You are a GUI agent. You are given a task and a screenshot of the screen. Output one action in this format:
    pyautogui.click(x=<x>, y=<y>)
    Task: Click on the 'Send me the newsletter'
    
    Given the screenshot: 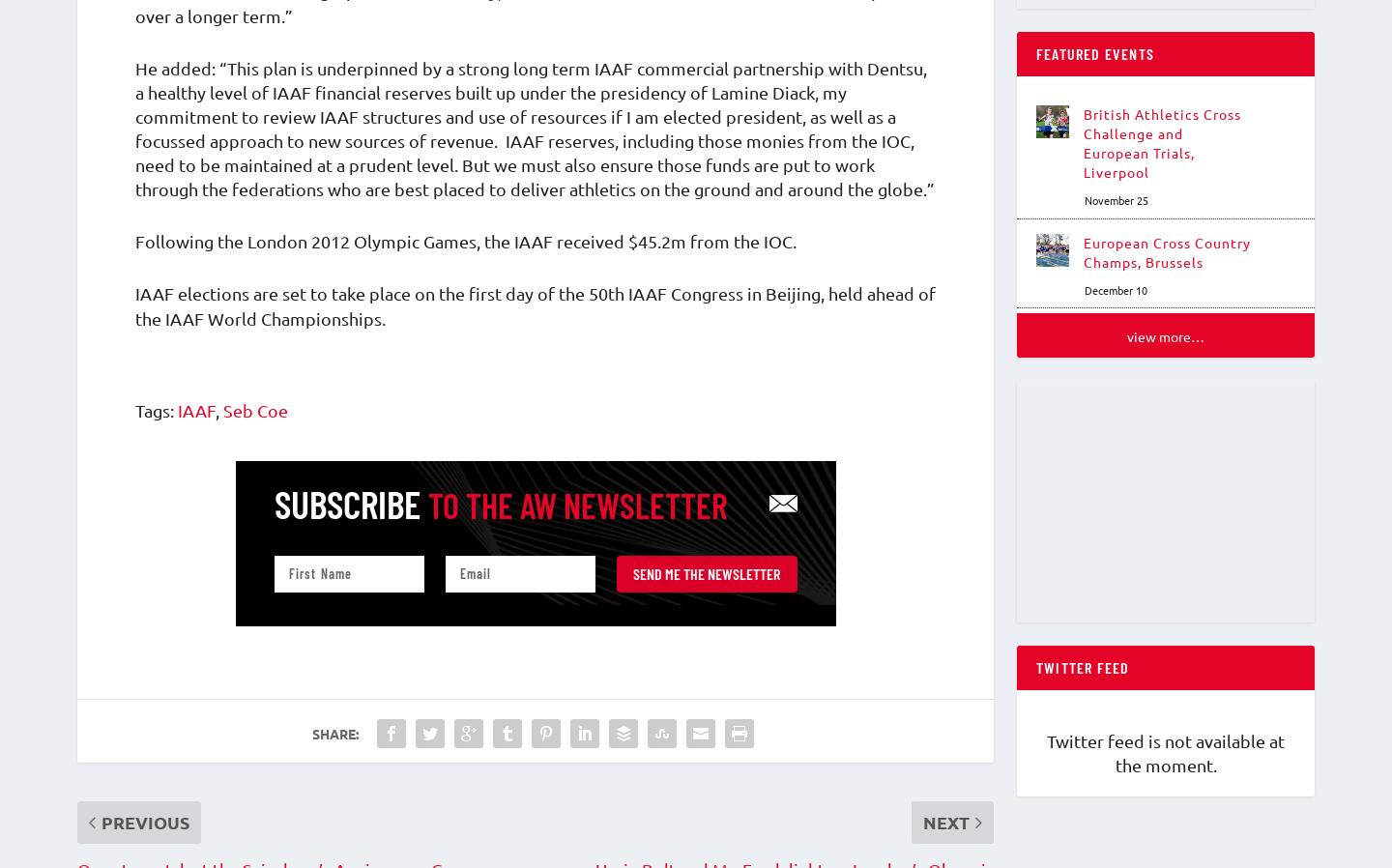 What is the action you would take?
    pyautogui.click(x=705, y=583)
    